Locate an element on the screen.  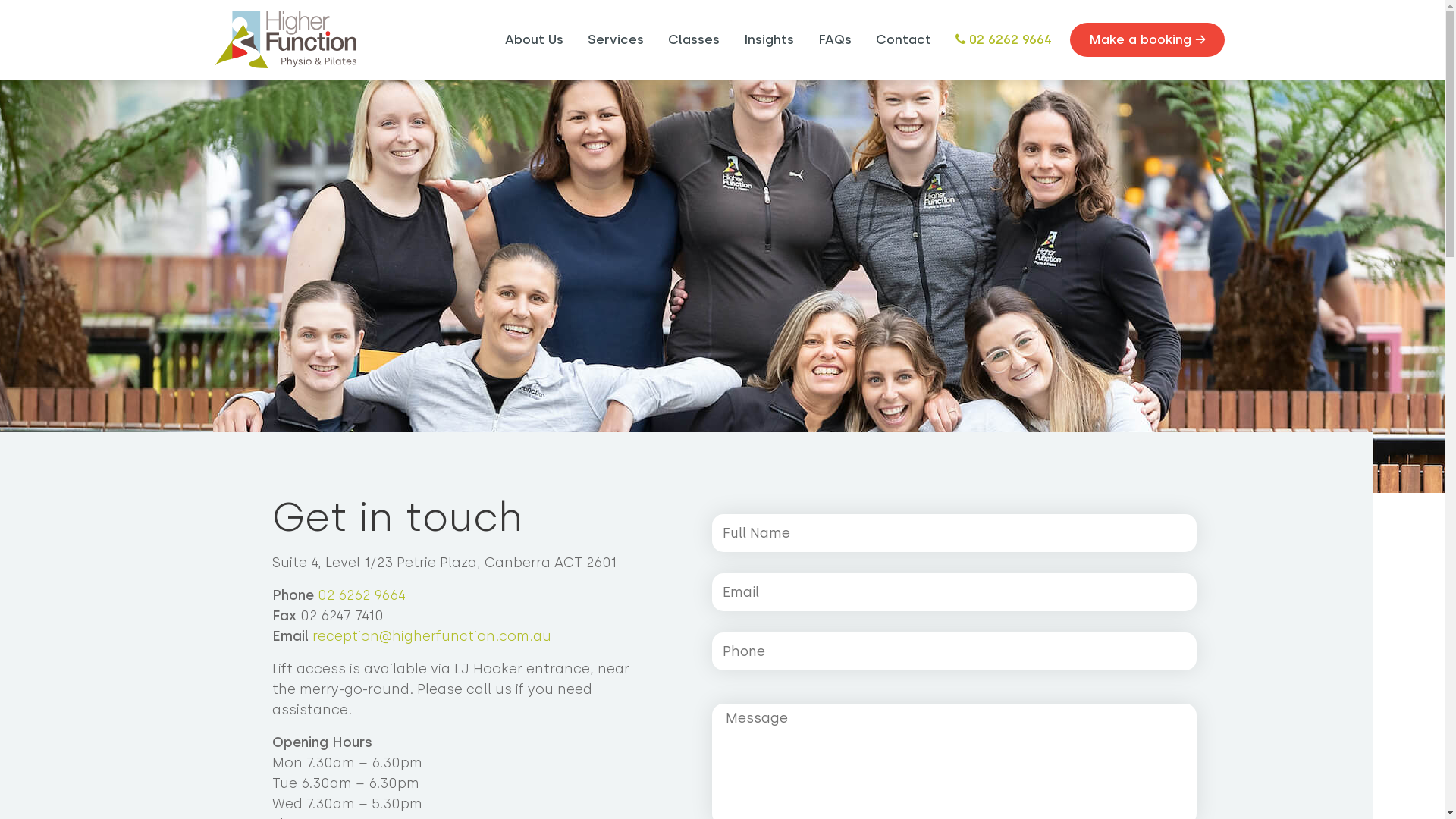
'Contact' is located at coordinates (902, 39).